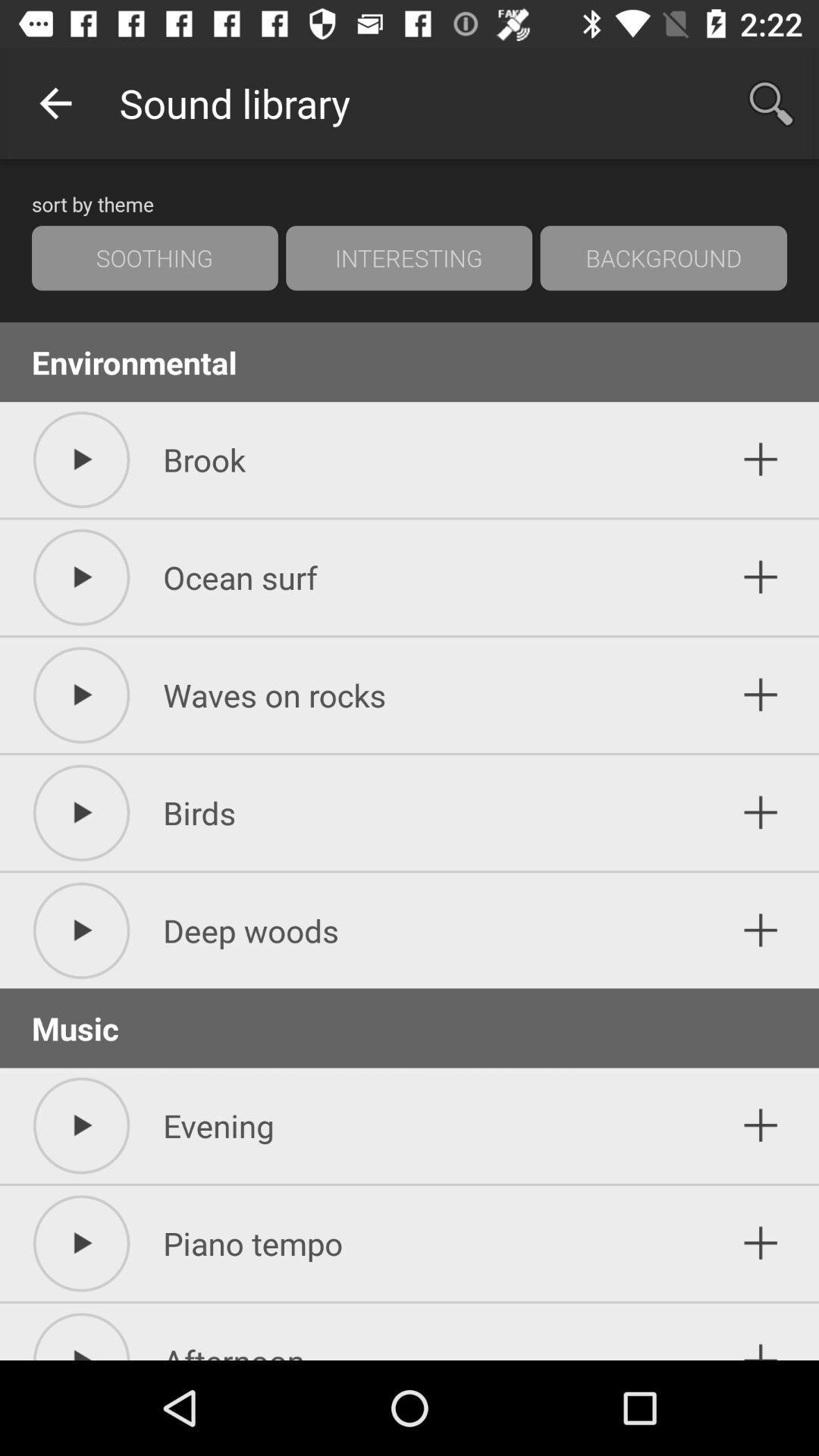  What do you see at coordinates (408, 258) in the screenshot?
I see `interesting item` at bounding box center [408, 258].